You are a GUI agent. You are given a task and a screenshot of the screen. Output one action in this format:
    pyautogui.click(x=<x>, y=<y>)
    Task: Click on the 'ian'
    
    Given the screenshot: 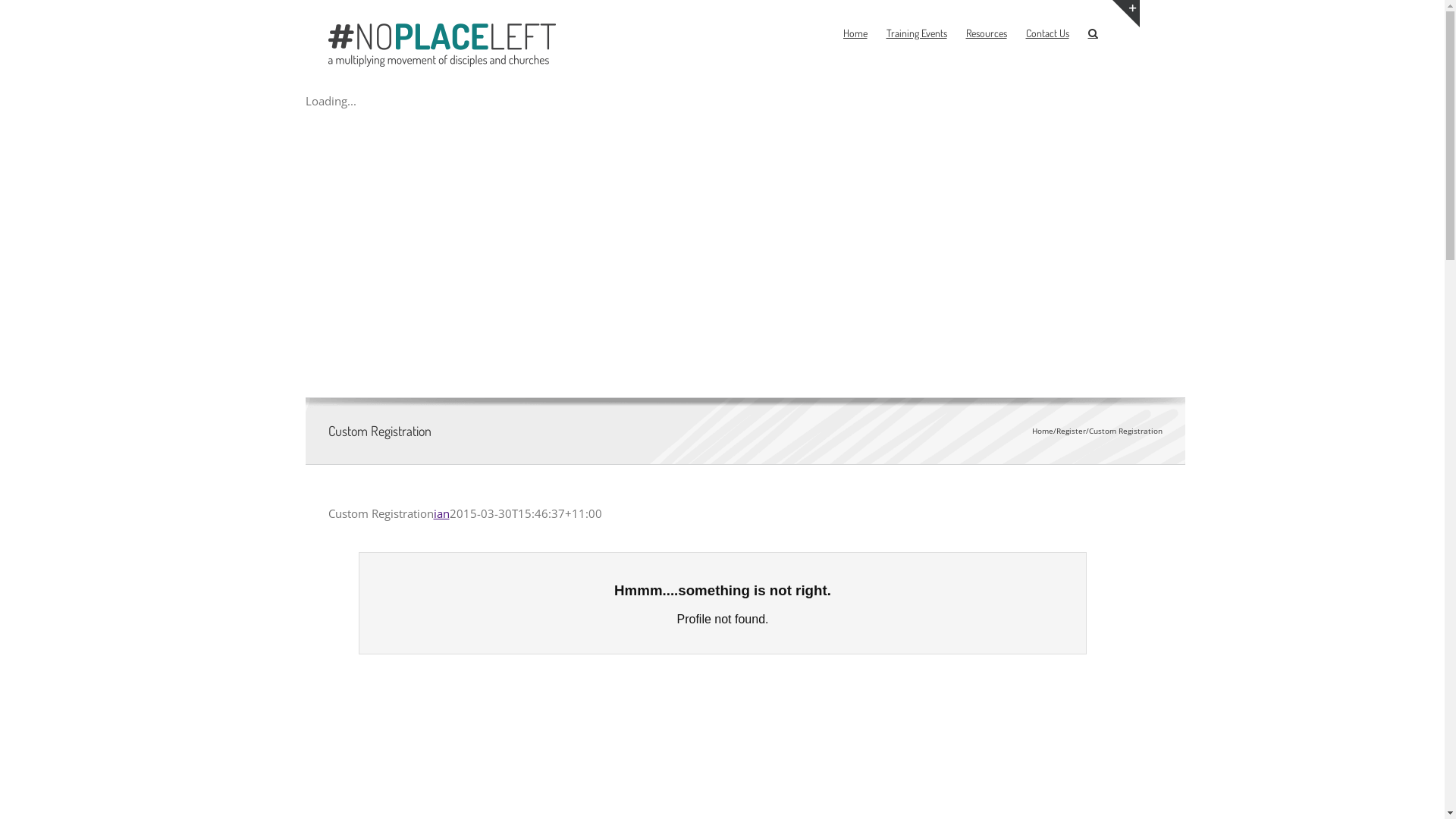 What is the action you would take?
    pyautogui.click(x=441, y=513)
    